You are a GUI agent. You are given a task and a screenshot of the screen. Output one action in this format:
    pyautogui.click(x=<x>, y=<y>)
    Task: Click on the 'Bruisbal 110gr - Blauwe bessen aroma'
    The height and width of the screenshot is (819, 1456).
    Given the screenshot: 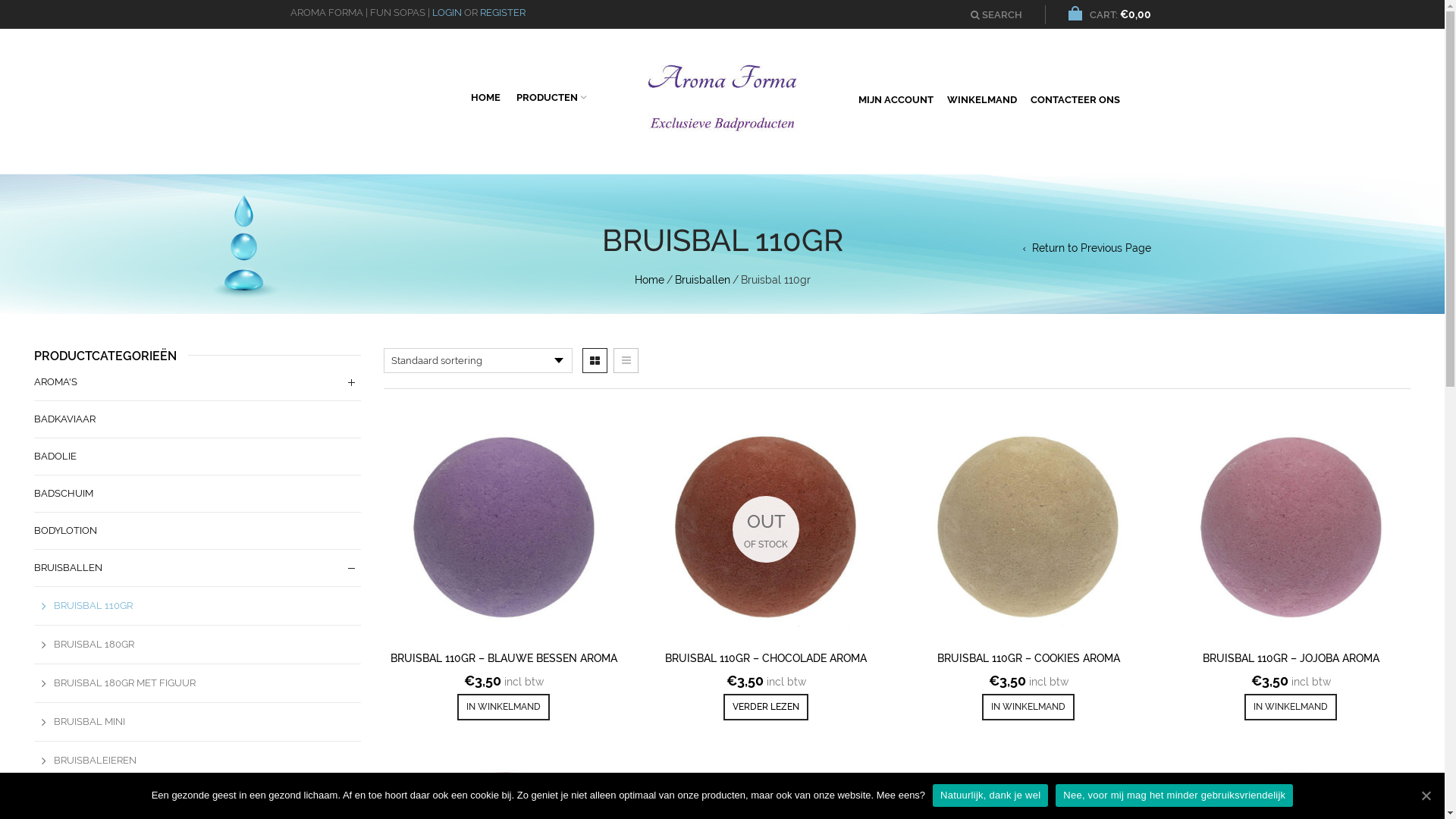 What is the action you would take?
    pyautogui.click(x=503, y=529)
    